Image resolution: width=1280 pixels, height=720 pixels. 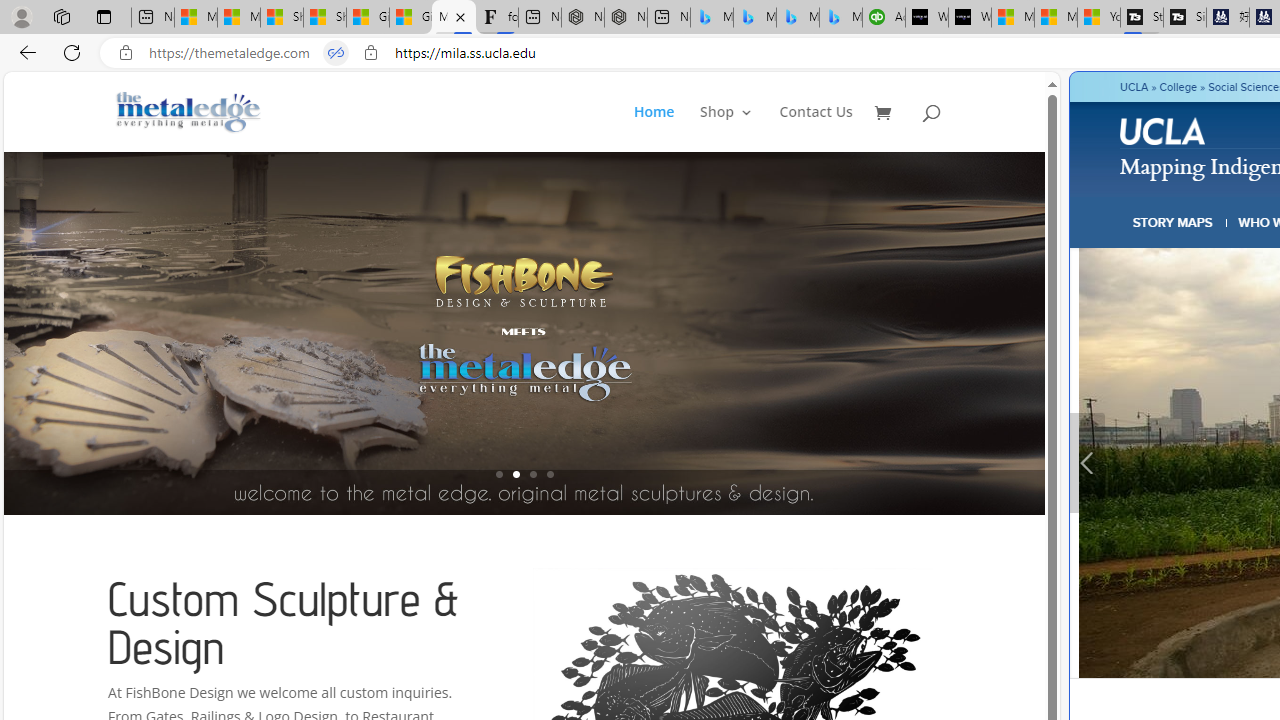 What do you see at coordinates (533, 474) in the screenshot?
I see `'3'` at bounding box center [533, 474].